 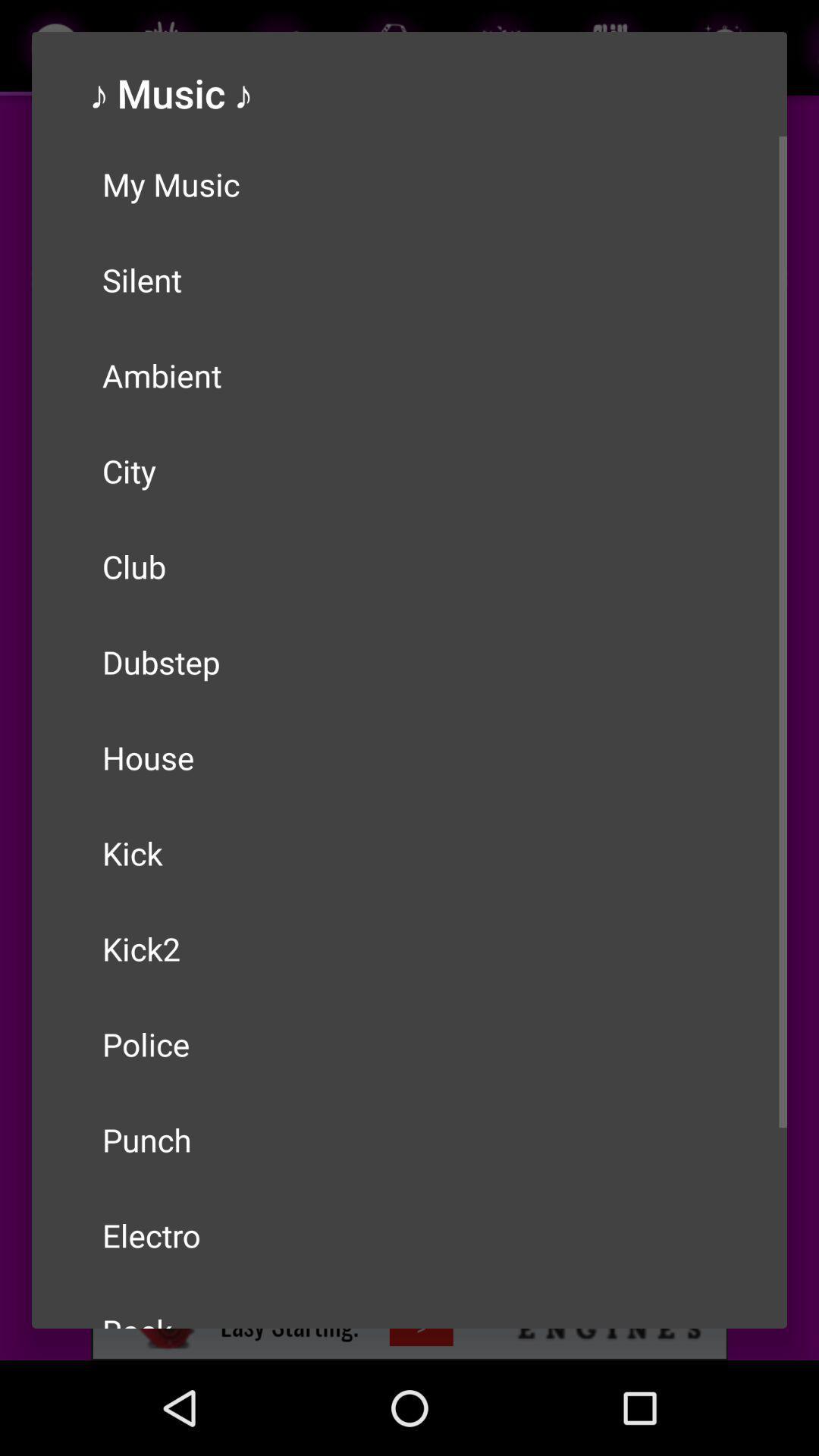 I want to click on the 		my music icon, so click(x=409, y=184).